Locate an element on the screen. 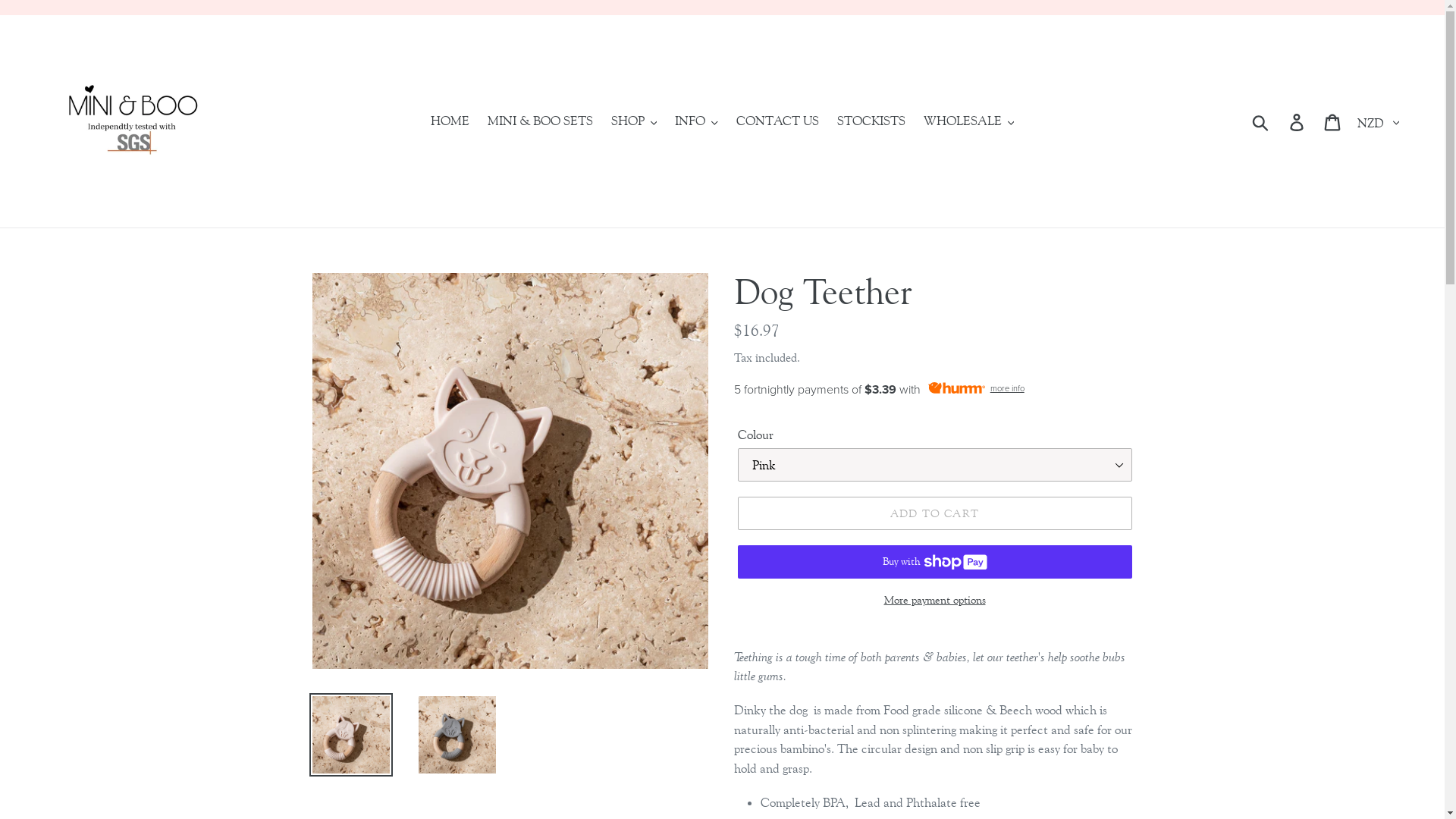 The image size is (1456, 819). 'MINI & BOO SETS' is located at coordinates (540, 120).